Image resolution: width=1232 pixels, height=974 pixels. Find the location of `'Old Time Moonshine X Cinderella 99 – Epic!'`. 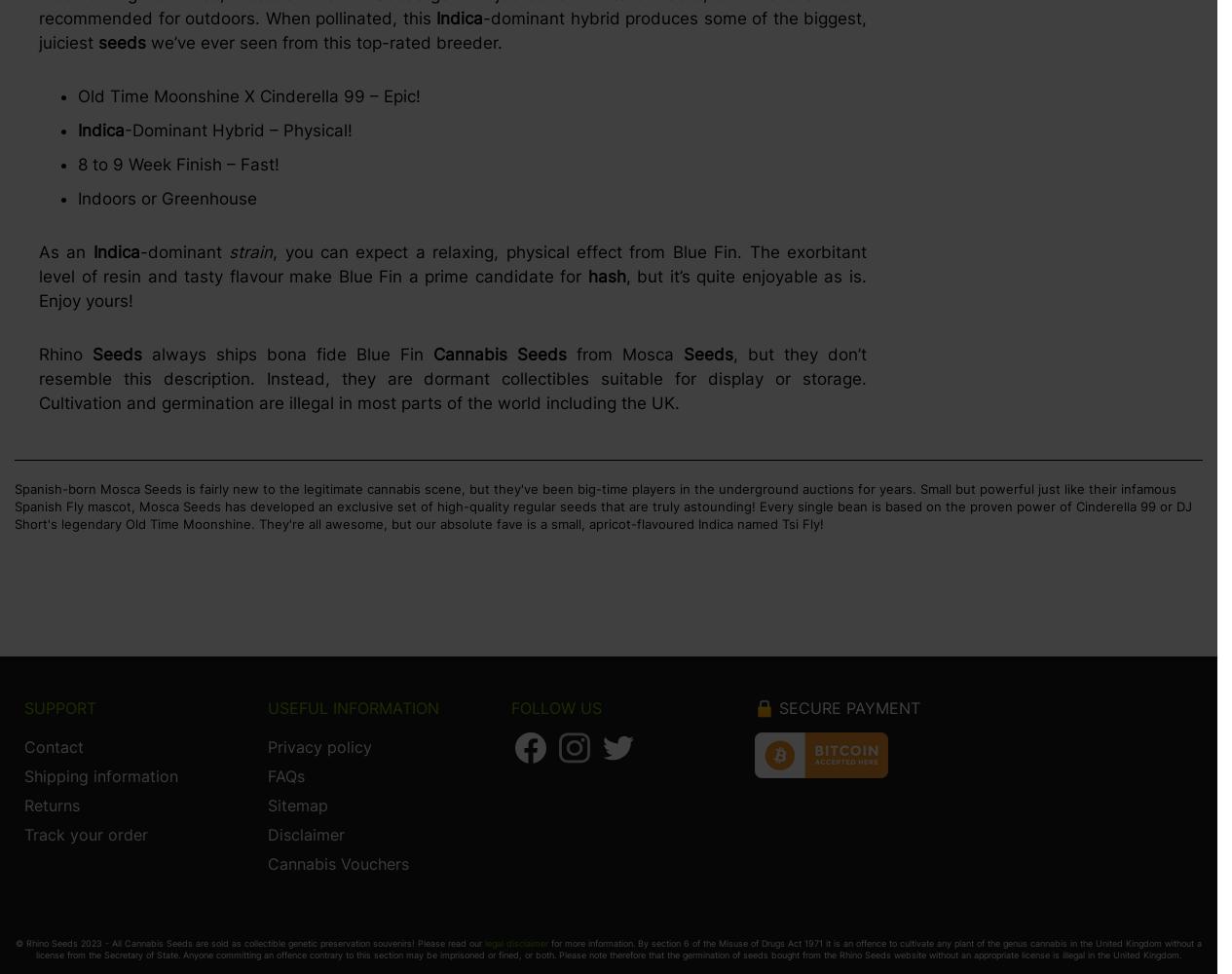

'Old Time Moonshine X Cinderella 99 – Epic!' is located at coordinates (248, 95).